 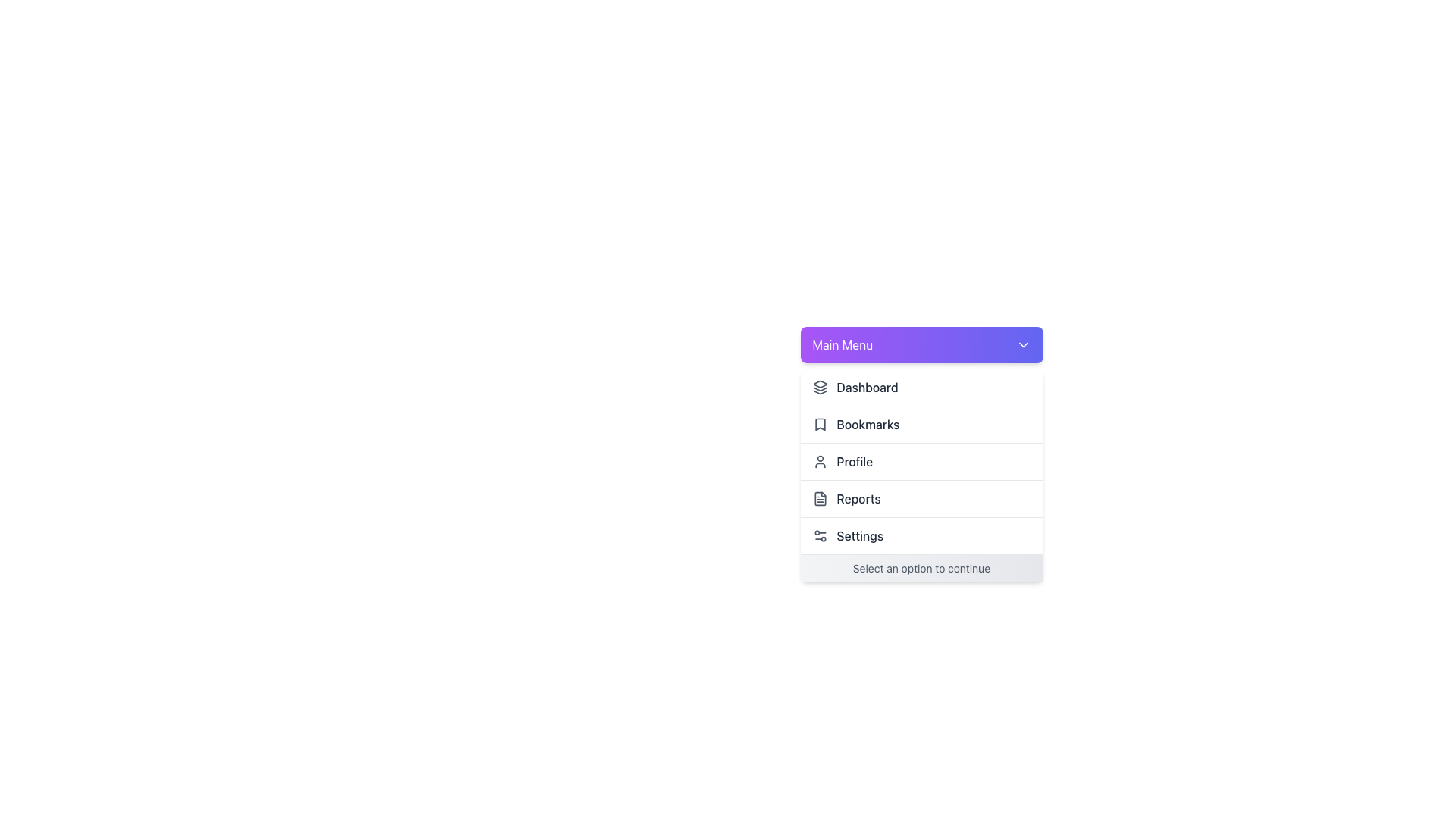 What do you see at coordinates (819, 499) in the screenshot?
I see `the 'Reports' menu item icon located in the fourth position under the 'Main Menu'` at bounding box center [819, 499].